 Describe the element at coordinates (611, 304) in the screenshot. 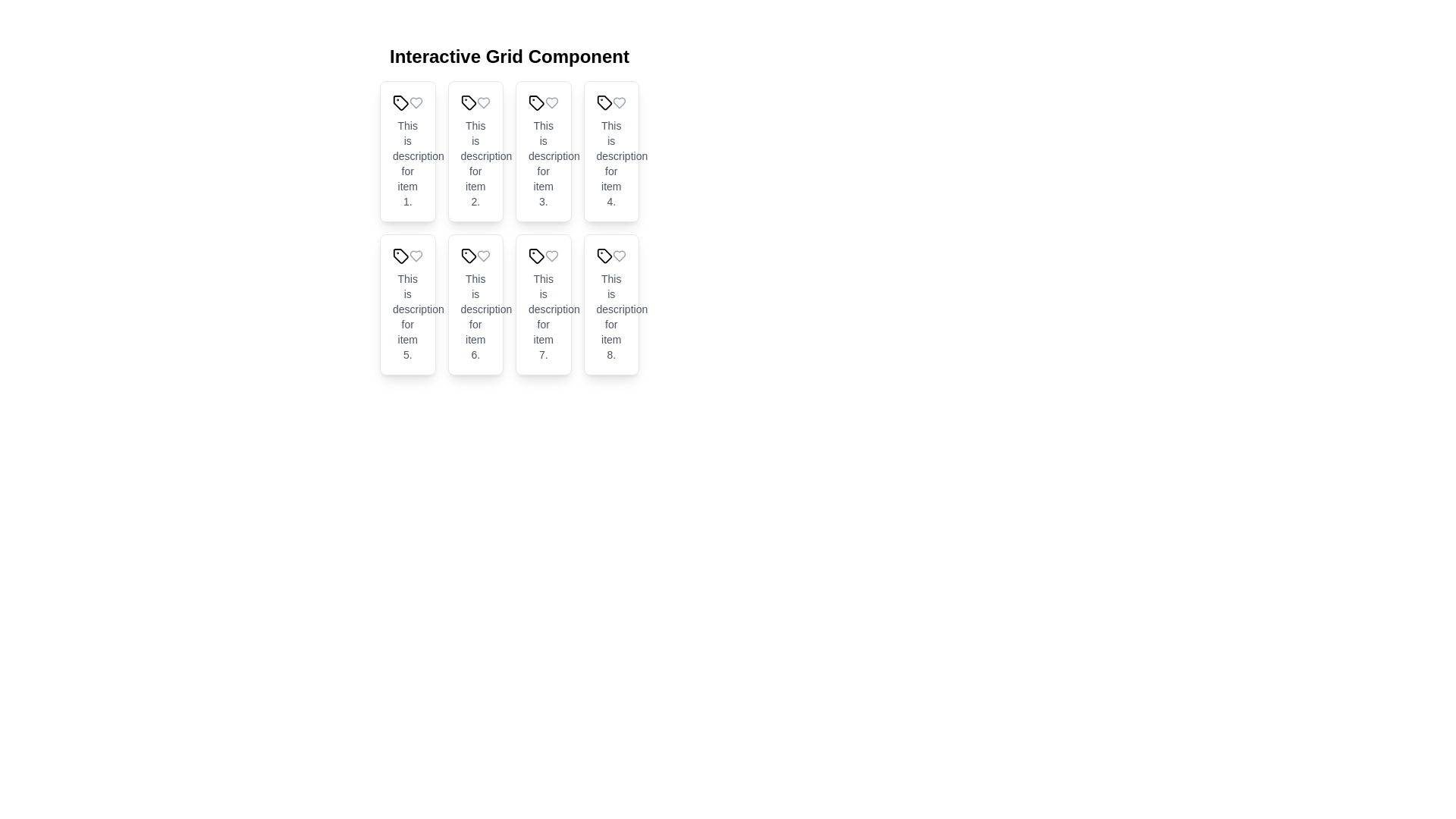

I see `the item tile displaying information about 'item 8'` at that location.